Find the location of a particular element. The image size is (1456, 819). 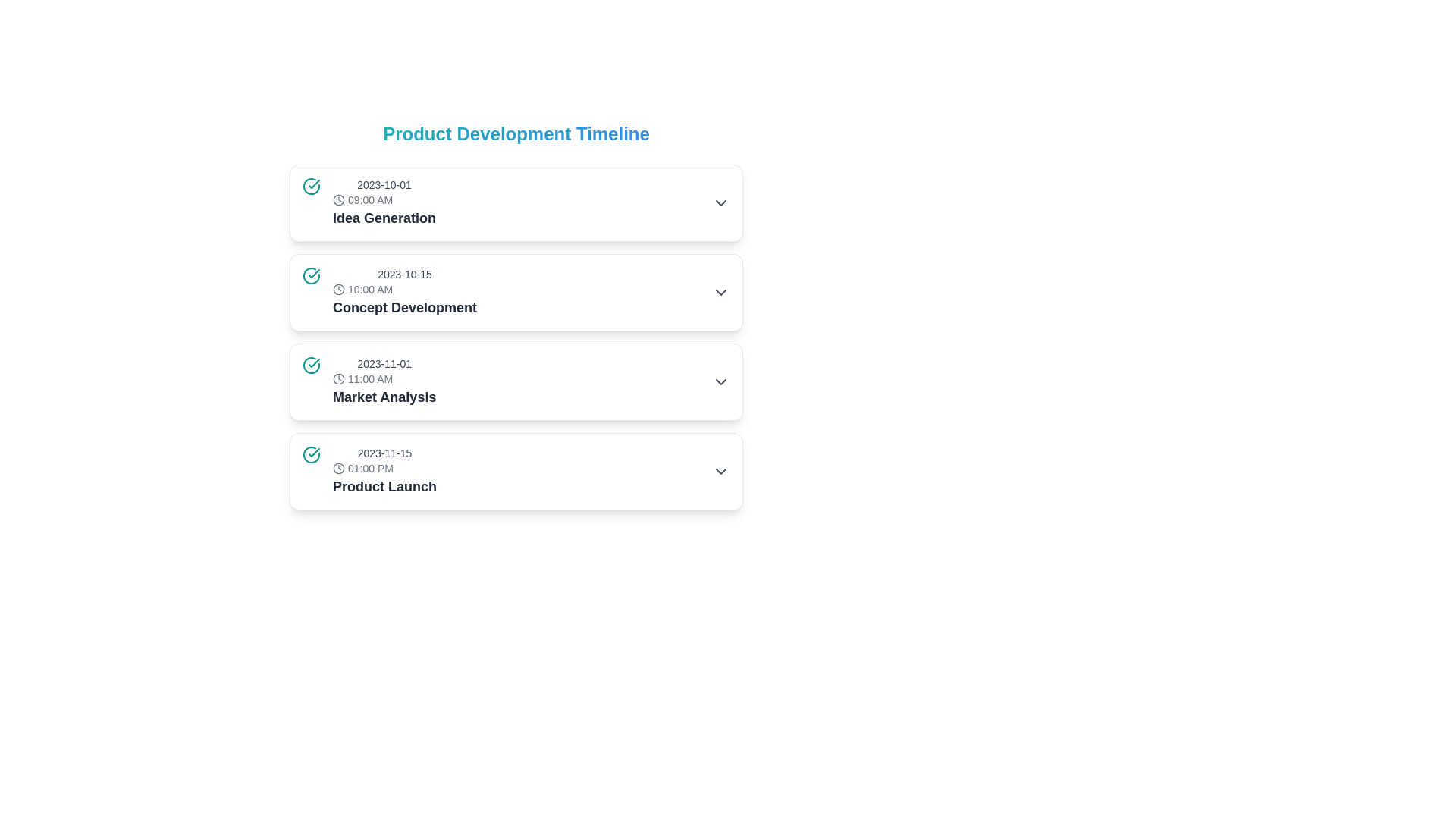

the status conveyed by the completed status icon located at the top left corner of the 'Idea Generation' entry in the timeline is located at coordinates (311, 186).